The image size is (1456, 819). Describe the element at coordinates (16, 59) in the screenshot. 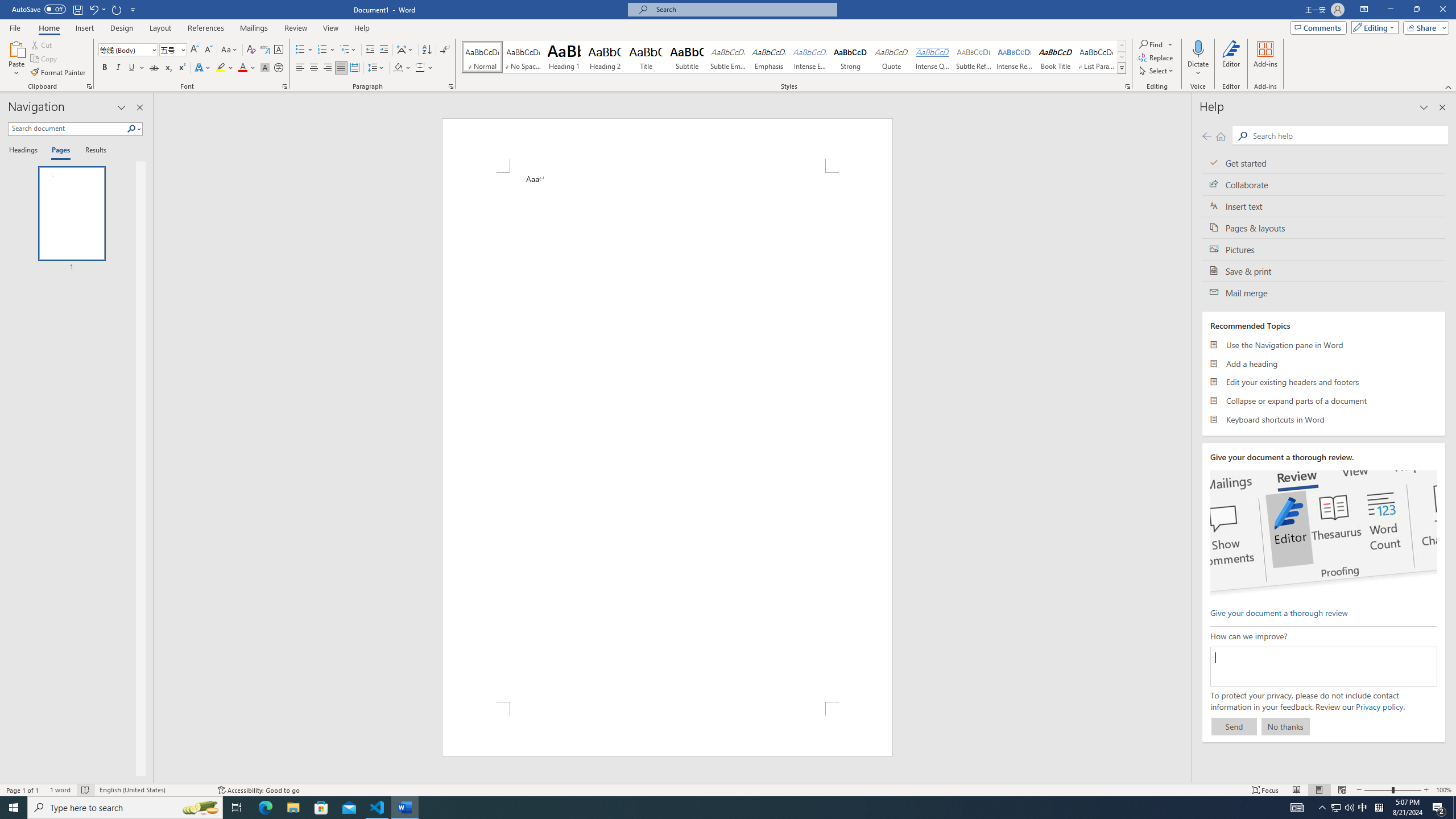

I see `'Paste'` at that location.